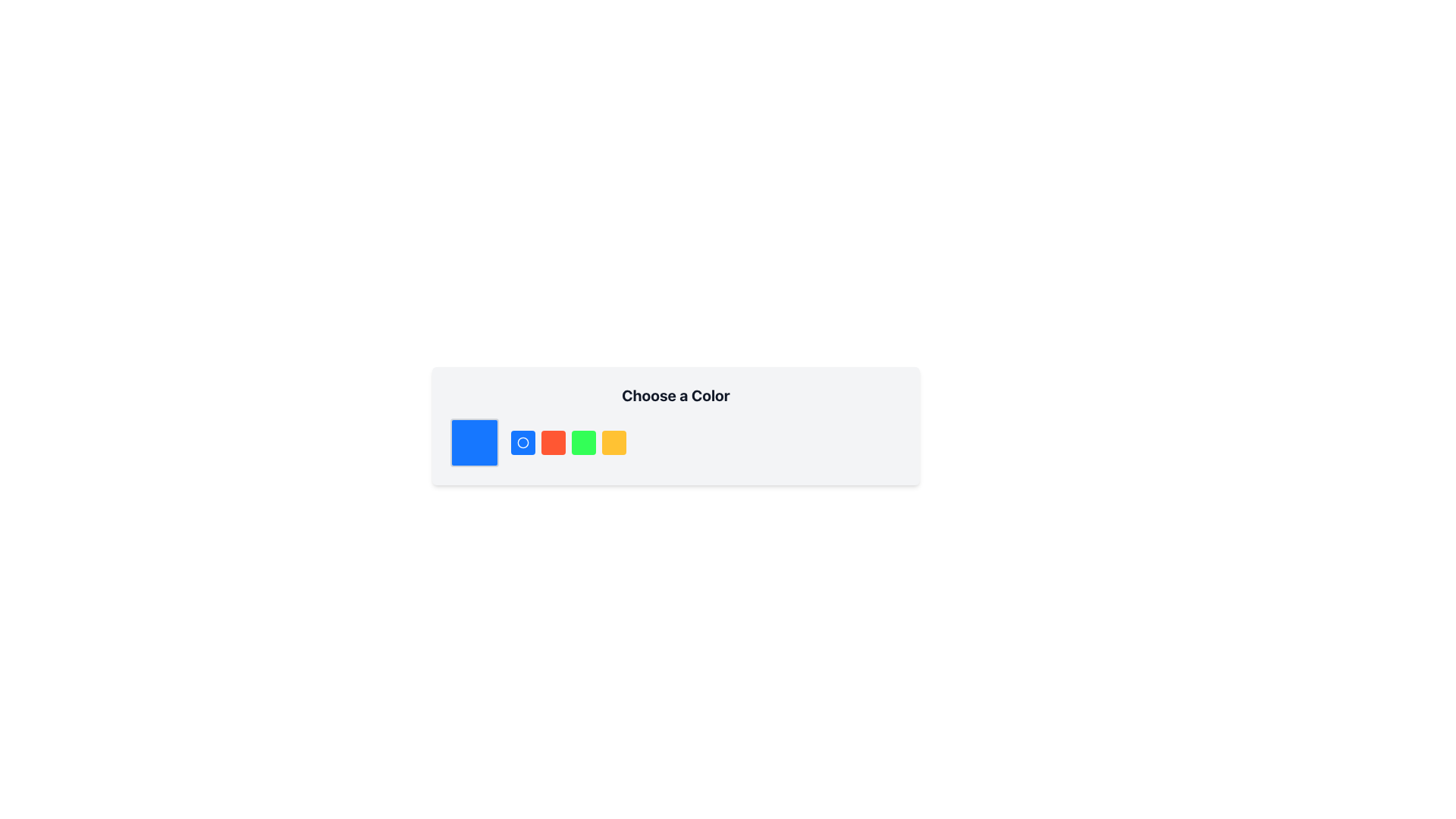  What do you see at coordinates (523, 442) in the screenshot?
I see `the Circle icon with a white center and blue outline, which is the second circle in a row of colored circles below the text 'Choose a Color'` at bounding box center [523, 442].